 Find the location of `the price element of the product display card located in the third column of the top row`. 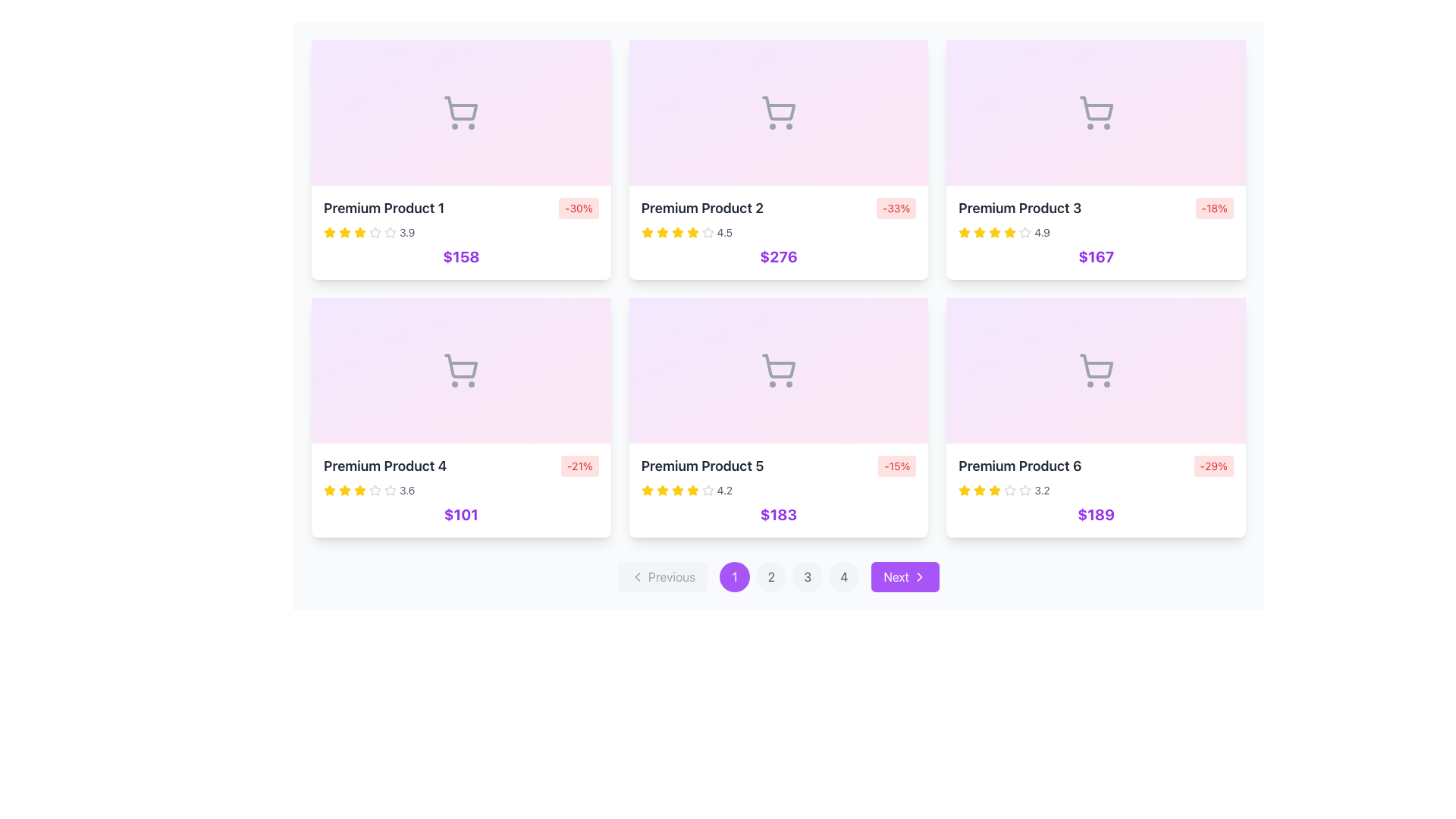

the price element of the product display card located in the third column of the top row is located at coordinates (1096, 160).